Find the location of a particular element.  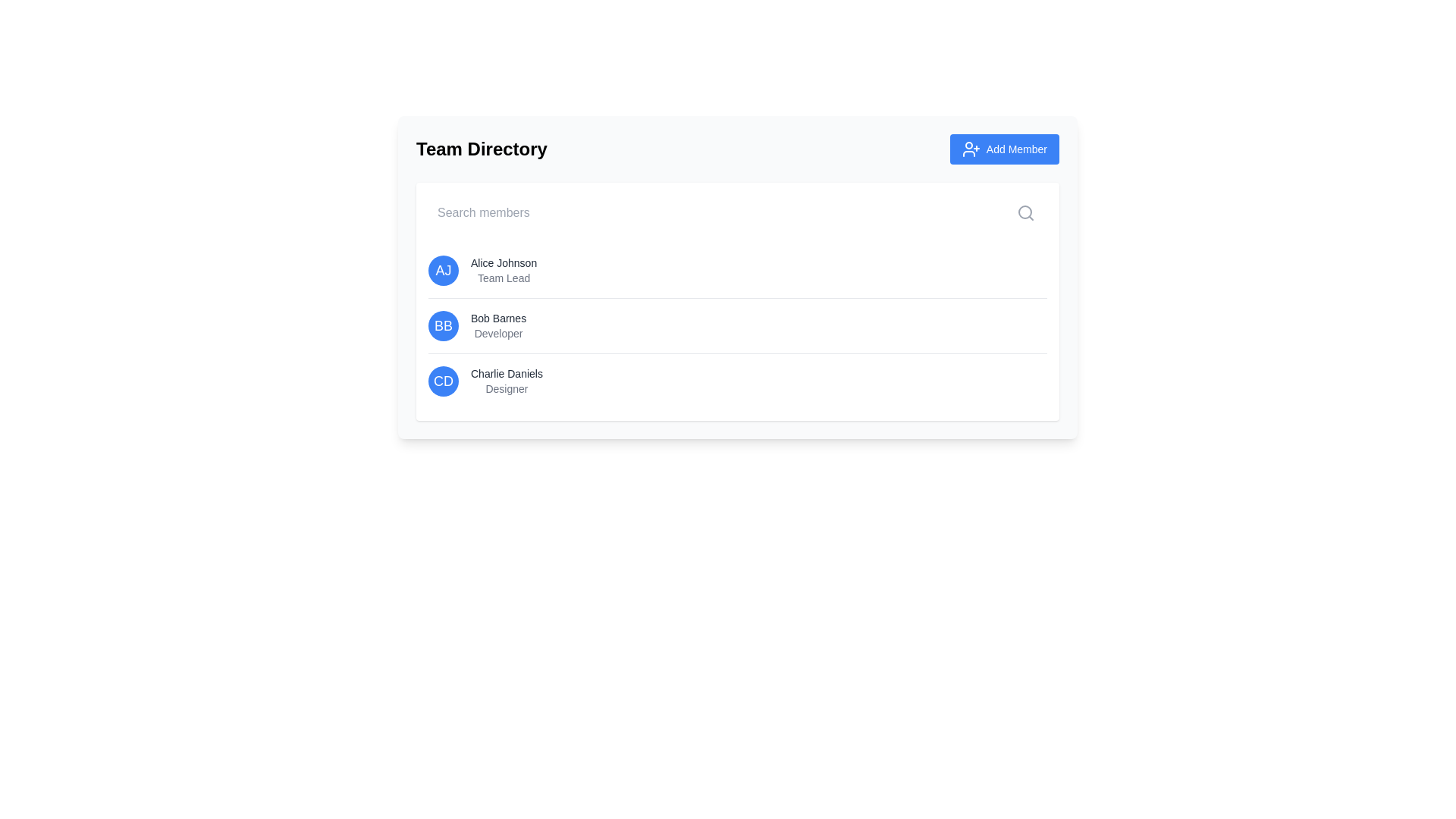

the Header text that indicates the purpose of the directory for team members, located at the top-left corner of the section is located at coordinates (481, 149).